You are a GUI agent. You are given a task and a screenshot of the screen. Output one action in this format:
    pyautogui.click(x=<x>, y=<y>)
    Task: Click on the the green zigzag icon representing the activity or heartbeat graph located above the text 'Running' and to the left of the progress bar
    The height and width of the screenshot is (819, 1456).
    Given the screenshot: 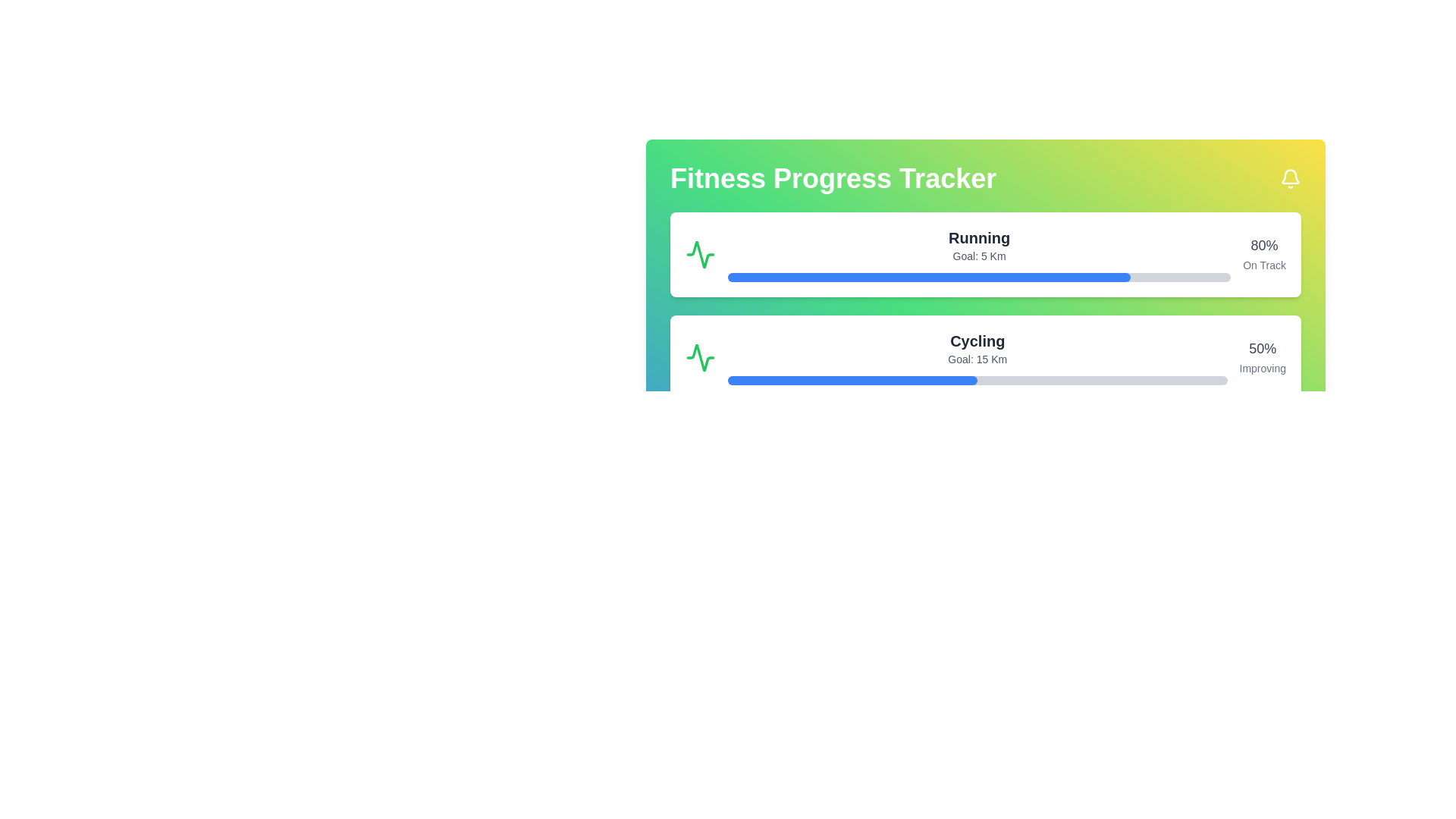 What is the action you would take?
    pyautogui.click(x=700, y=253)
    